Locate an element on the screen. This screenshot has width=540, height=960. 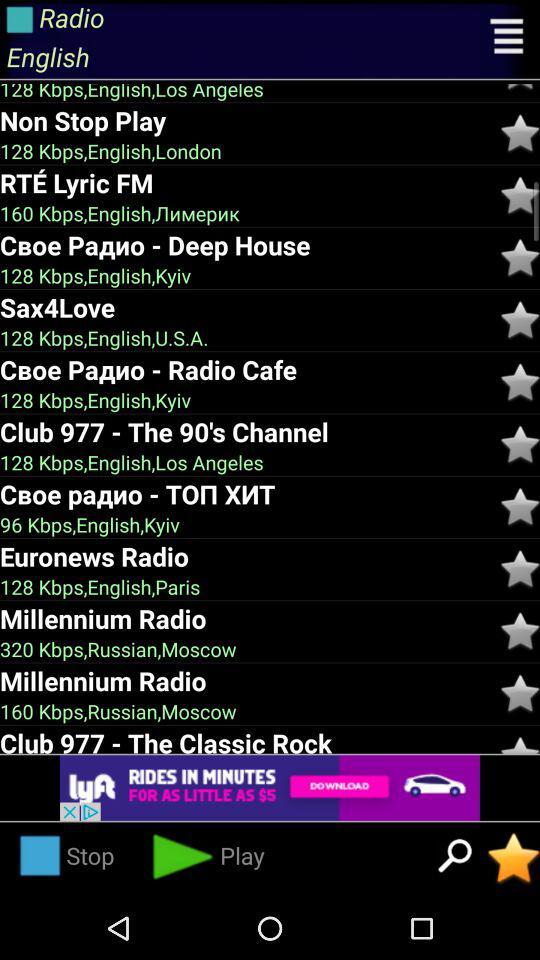
click the star option is located at coordinates (520, 444).